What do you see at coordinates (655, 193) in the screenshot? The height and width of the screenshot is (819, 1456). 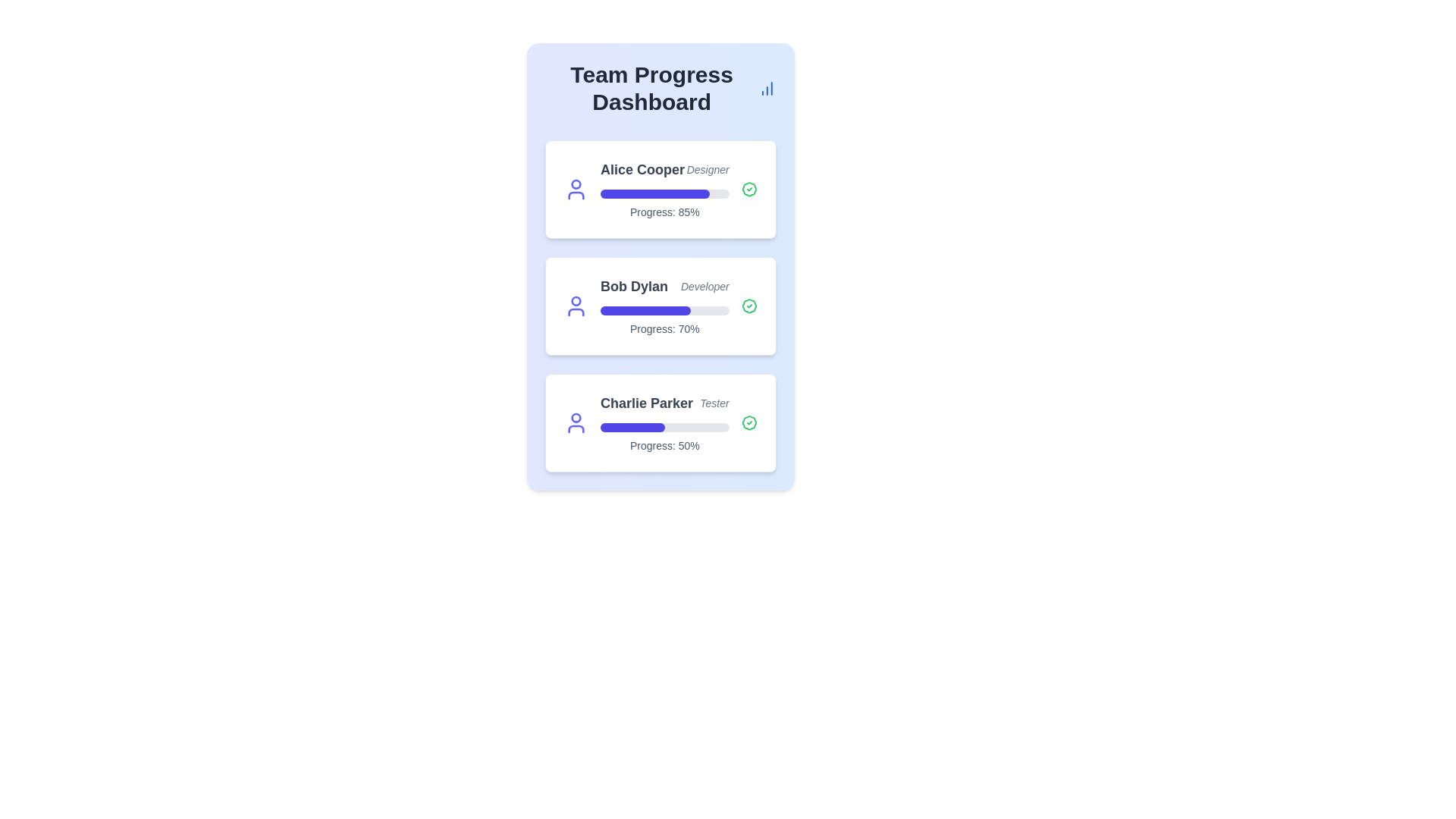 I see `the progress bar representing 85% progress for user 'Alice Cooper' located in the first user card at the top of the 'Team Progress Dashboard'` at bounding box center [655, 193].